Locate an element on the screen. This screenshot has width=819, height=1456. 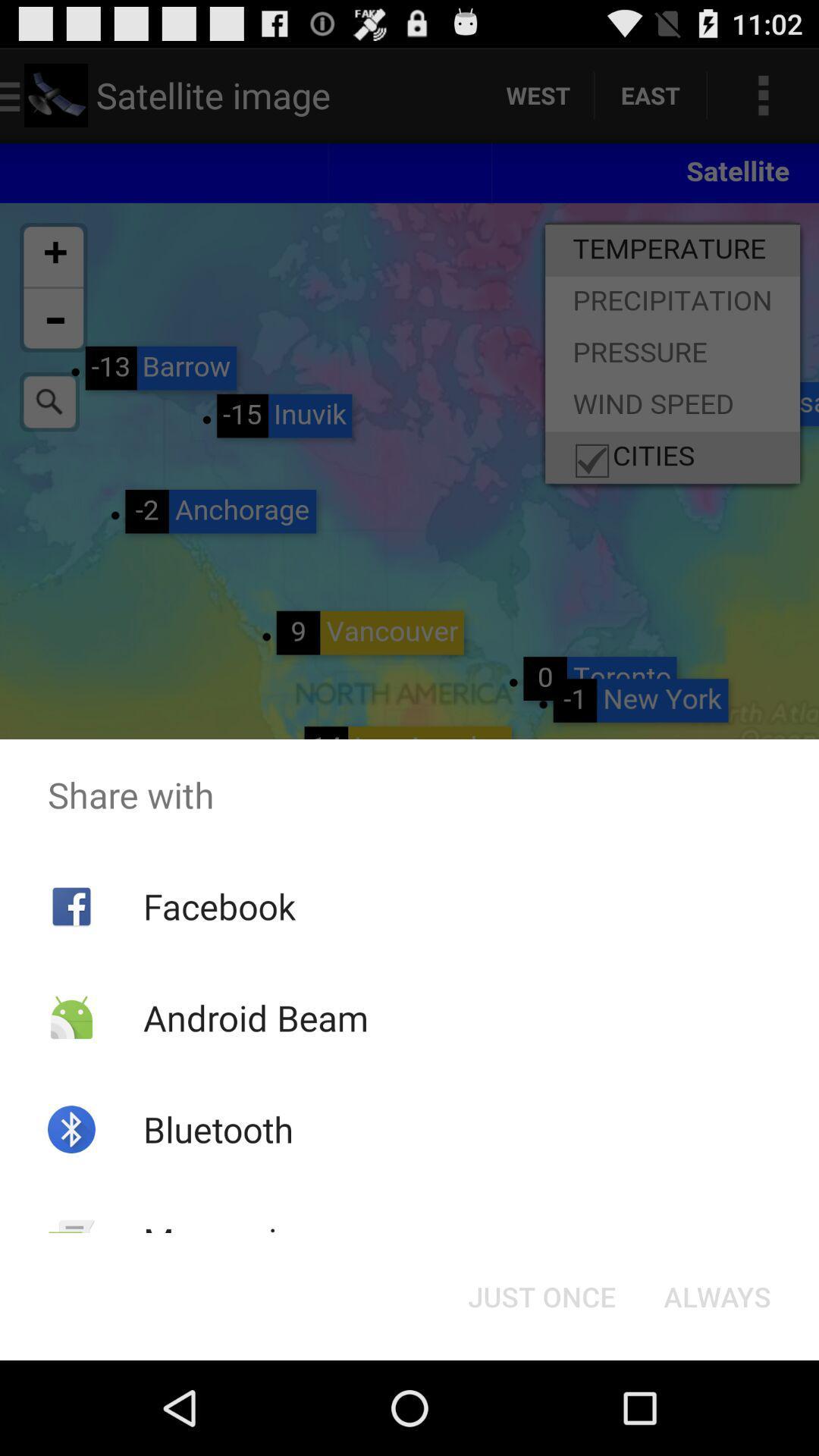
button next to just once button is located at coordinates (717, 1295).